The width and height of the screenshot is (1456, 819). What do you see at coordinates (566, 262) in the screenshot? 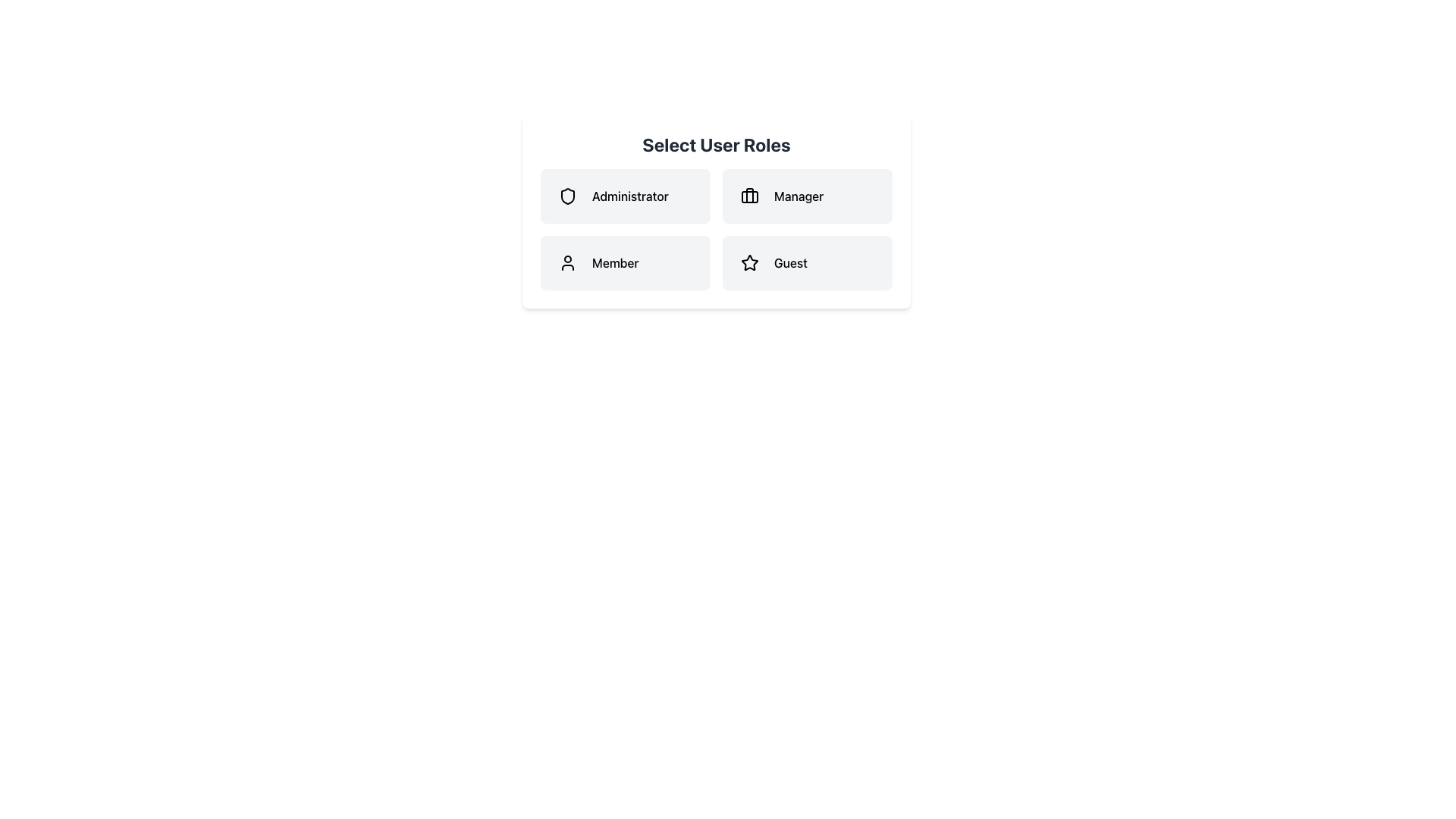
I see `the circular icon button representing the 'Member' user role located on the left side of the 'Member' label text within the 'Select User Roles' page` at bounding box center [566, 262].